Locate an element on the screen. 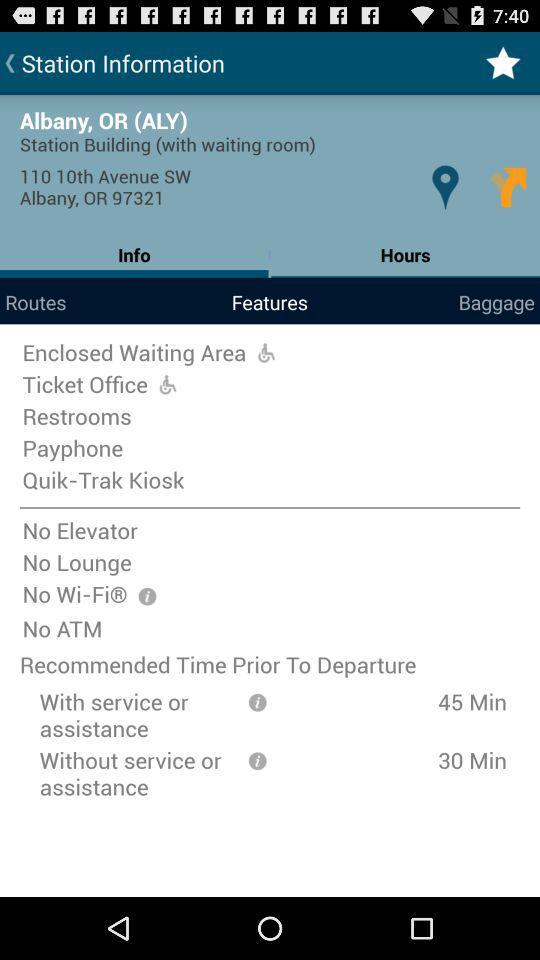 This screenshot has width=540, height=960. info is located at coordinates (257, 758).